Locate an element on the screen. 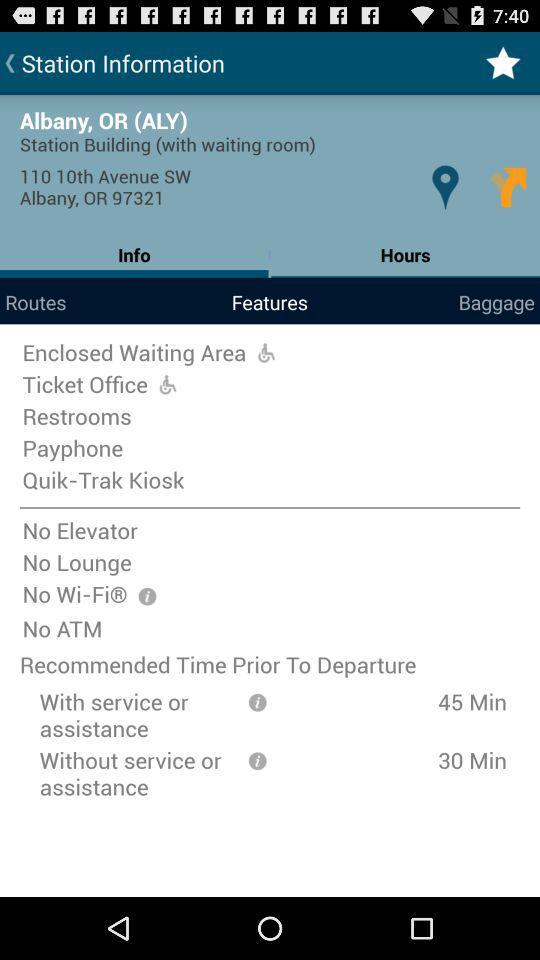 This screenshot has width=540, height=960. info is located at coordinates (257, 758).